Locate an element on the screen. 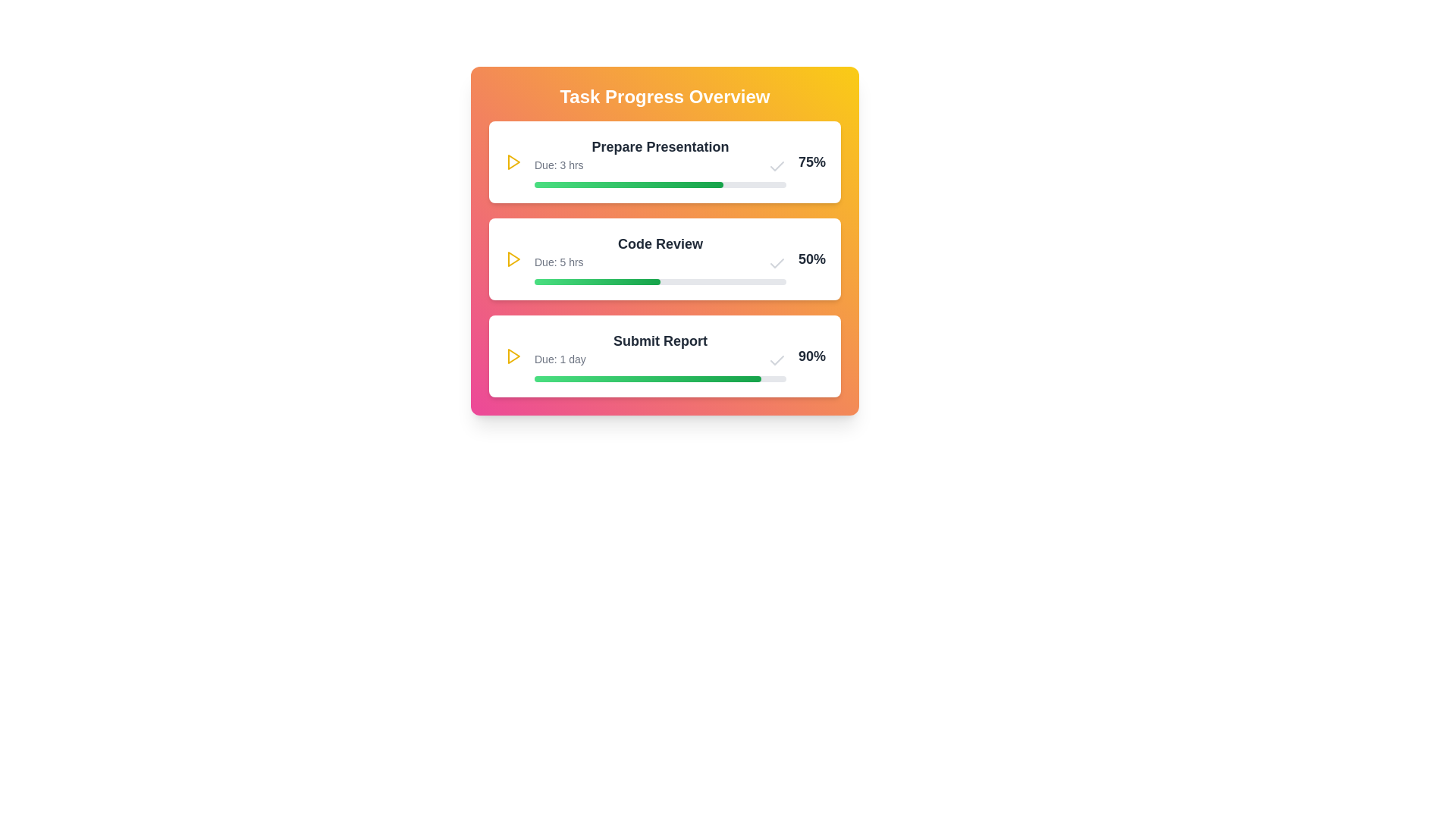  the play icon button styled as a play symbol, located next to the 'Due: 5 hrs' label for the 'Code Review' task is located at coordinates (513, 259).